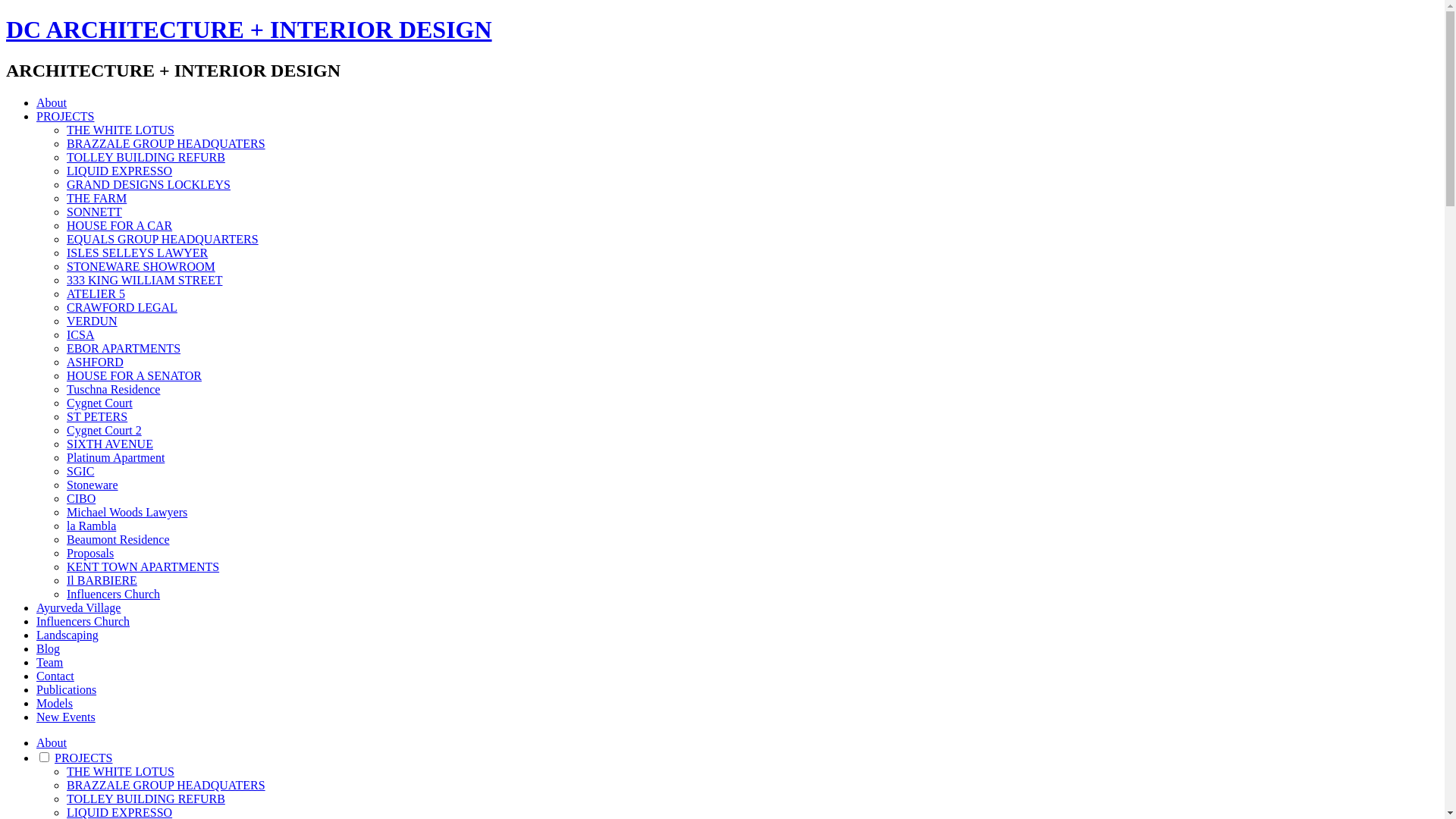  I want to click on 'Blog', so click(48, 648).